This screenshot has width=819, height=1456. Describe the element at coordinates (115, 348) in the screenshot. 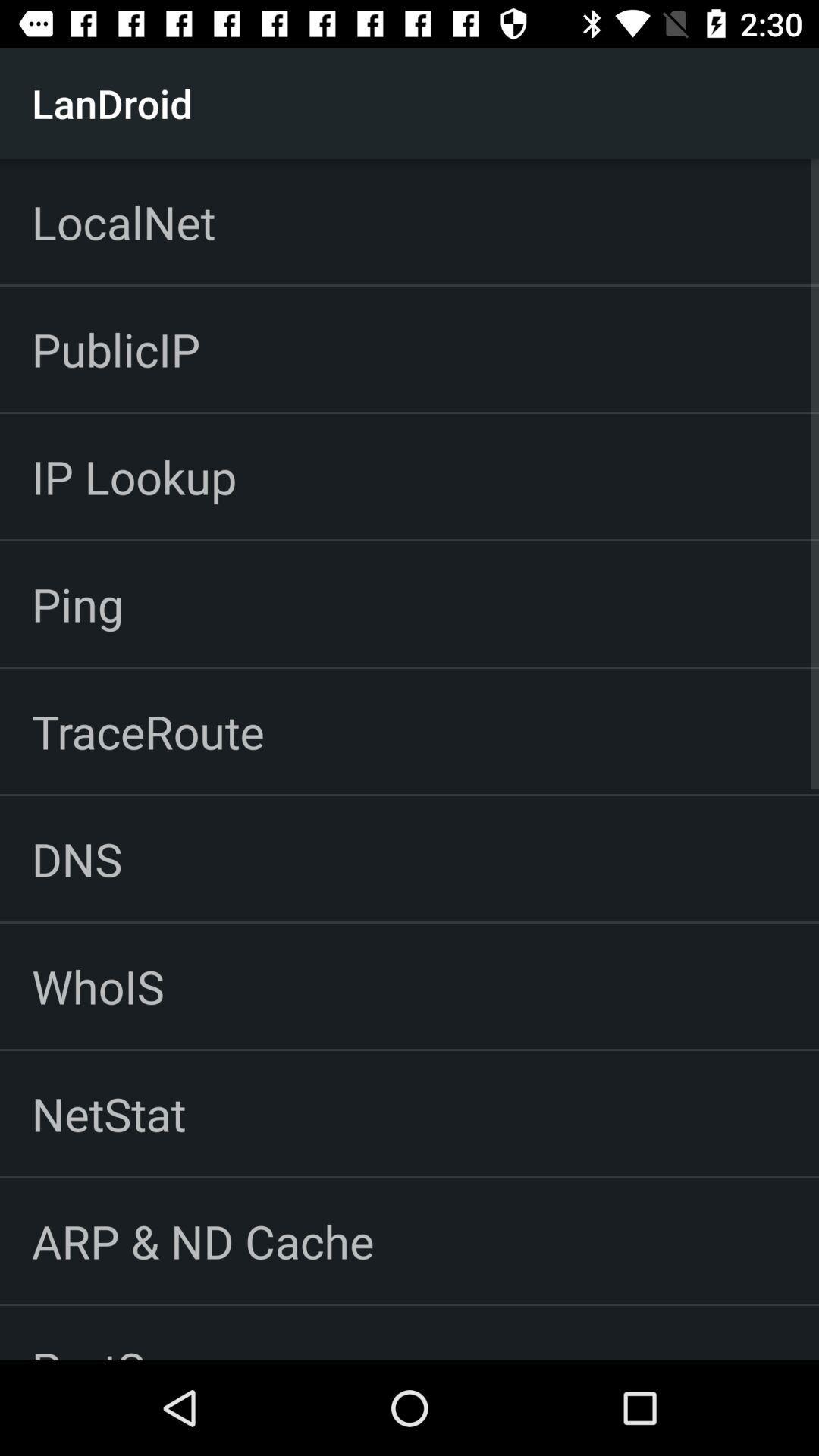

I see `the publicip icon` at that location.